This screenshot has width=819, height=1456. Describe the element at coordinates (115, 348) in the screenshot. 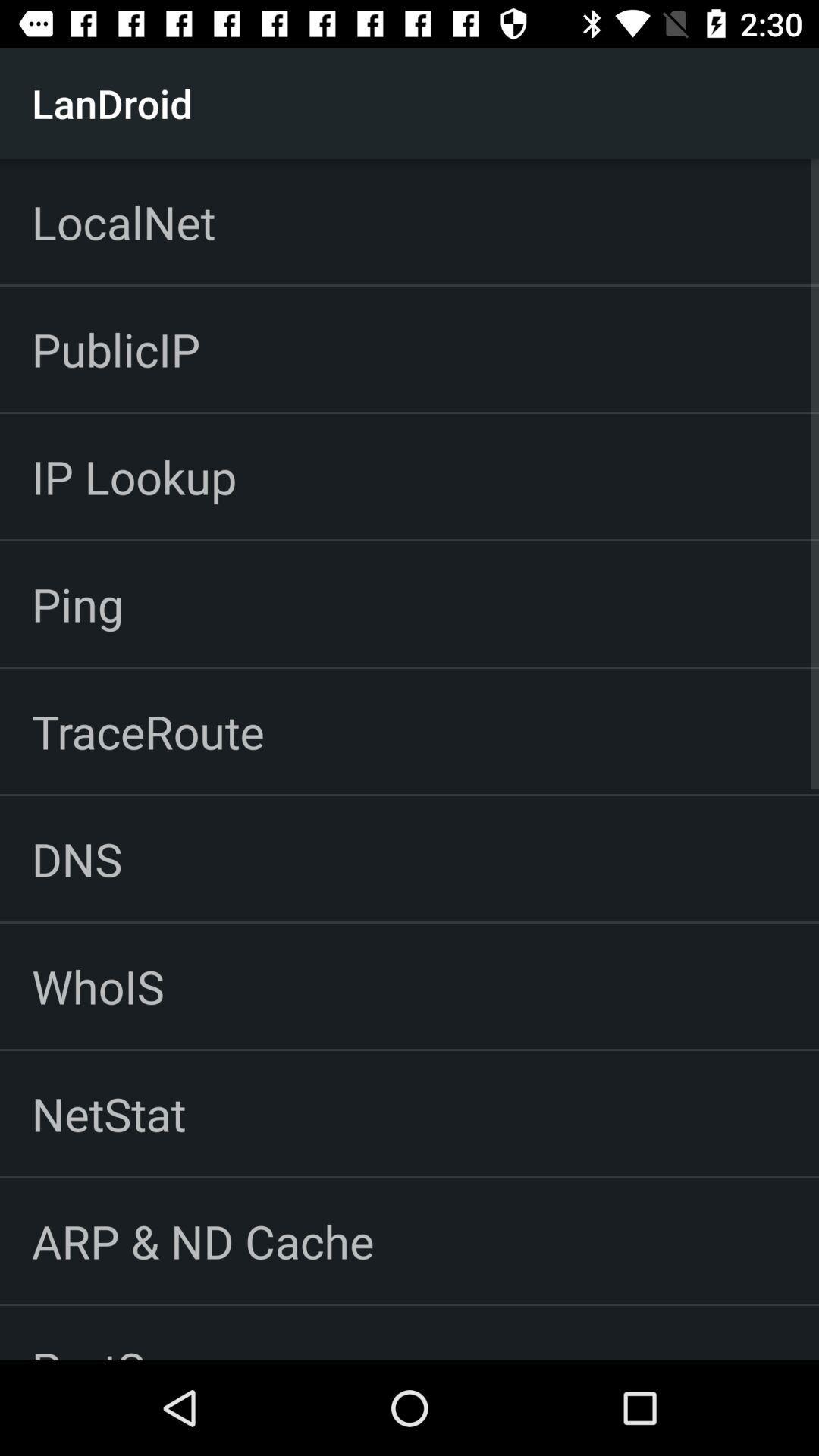

I see `the publicip icon` at that location.